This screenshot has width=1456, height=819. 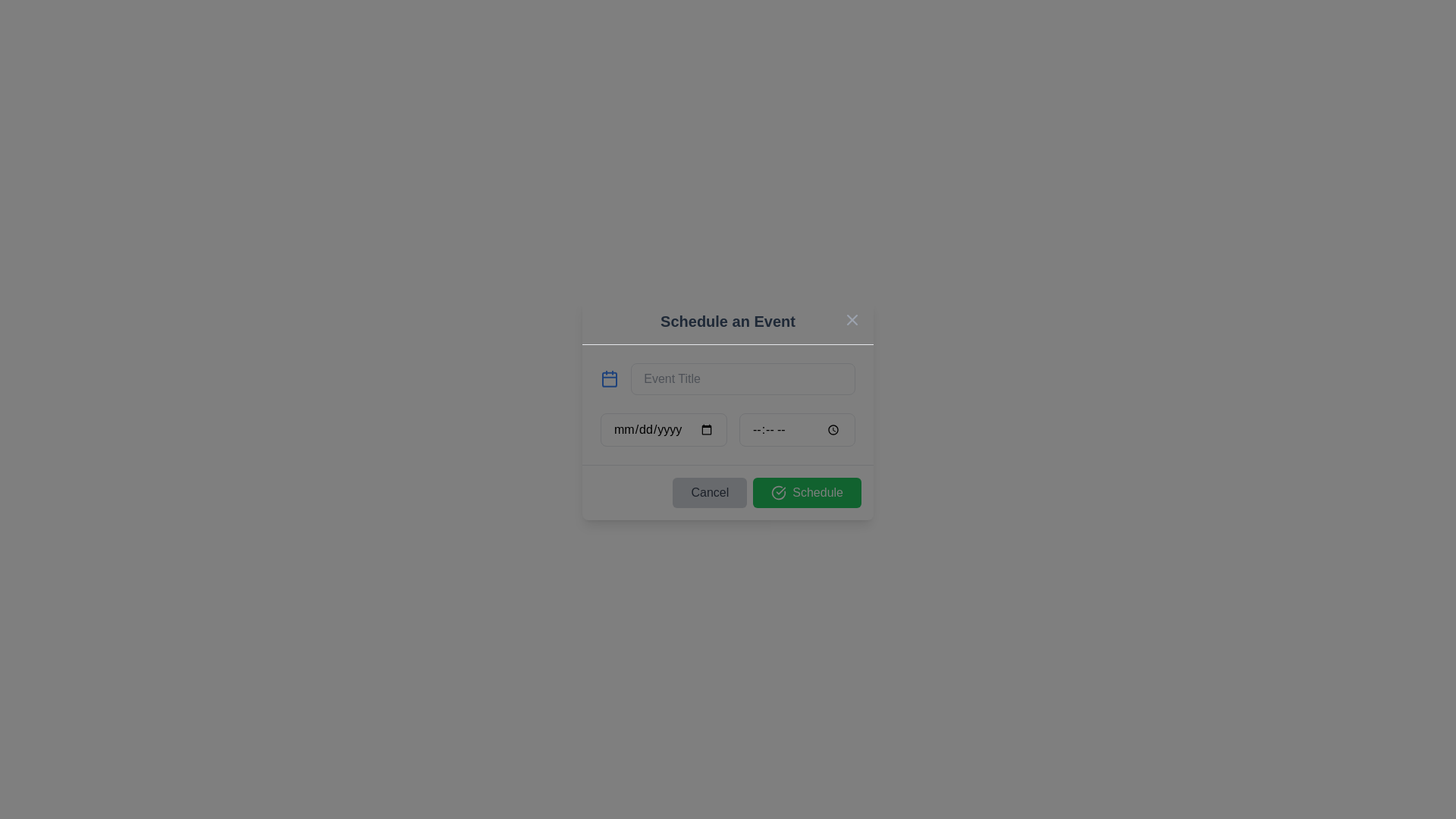 I want to click on a time from the dropdown menu in the Time input field located in the 'Schedule an Event' dialog box, positioned to the right of the date input field, so click(x=796, y=430).